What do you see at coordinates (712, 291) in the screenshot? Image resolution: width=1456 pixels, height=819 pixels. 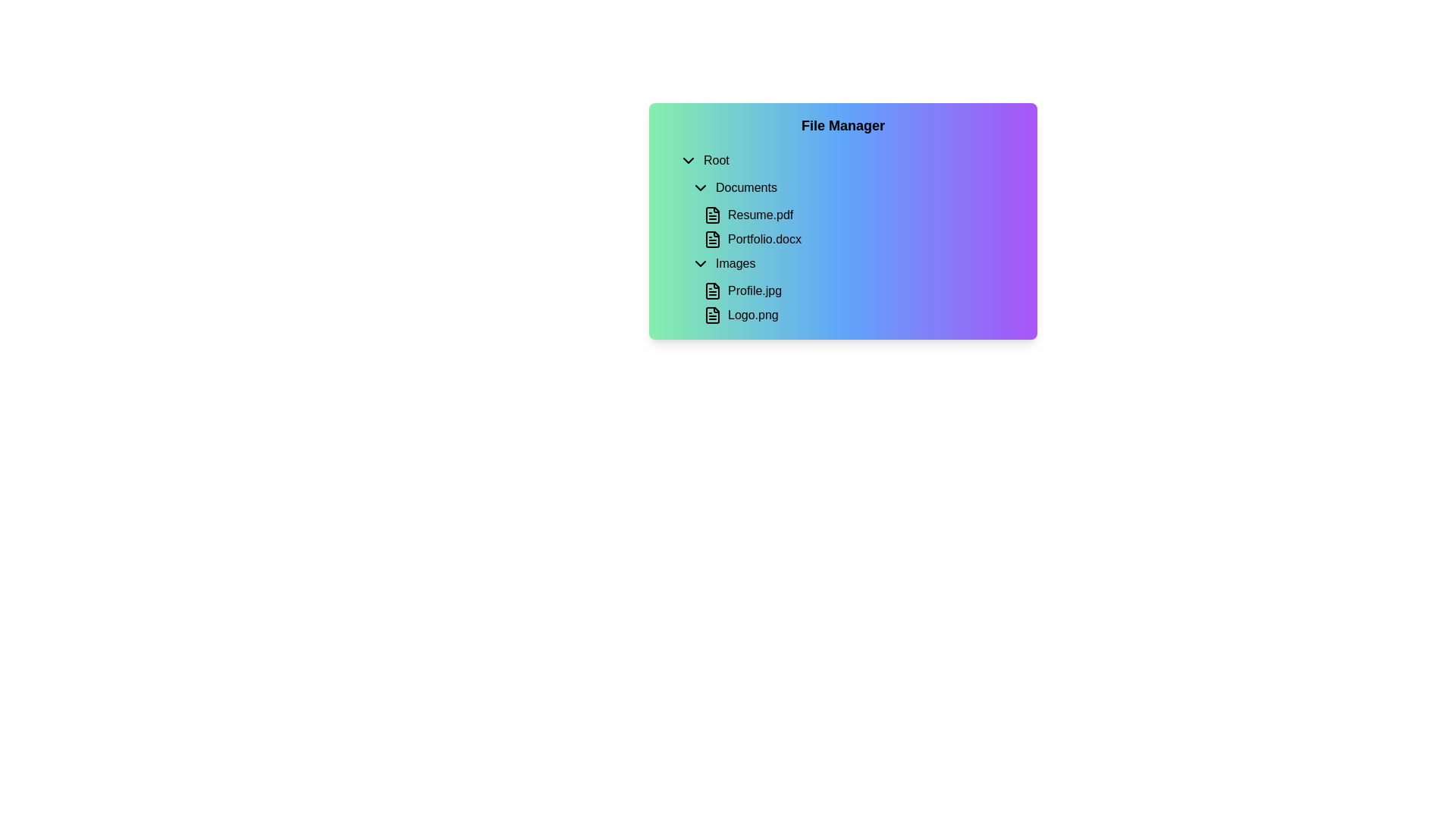 I see `the file icon represented by a black page with a folded corner, associated with the text 'Profile.jpg', located under the 'Images' folder` at bounding box center [712, 291].